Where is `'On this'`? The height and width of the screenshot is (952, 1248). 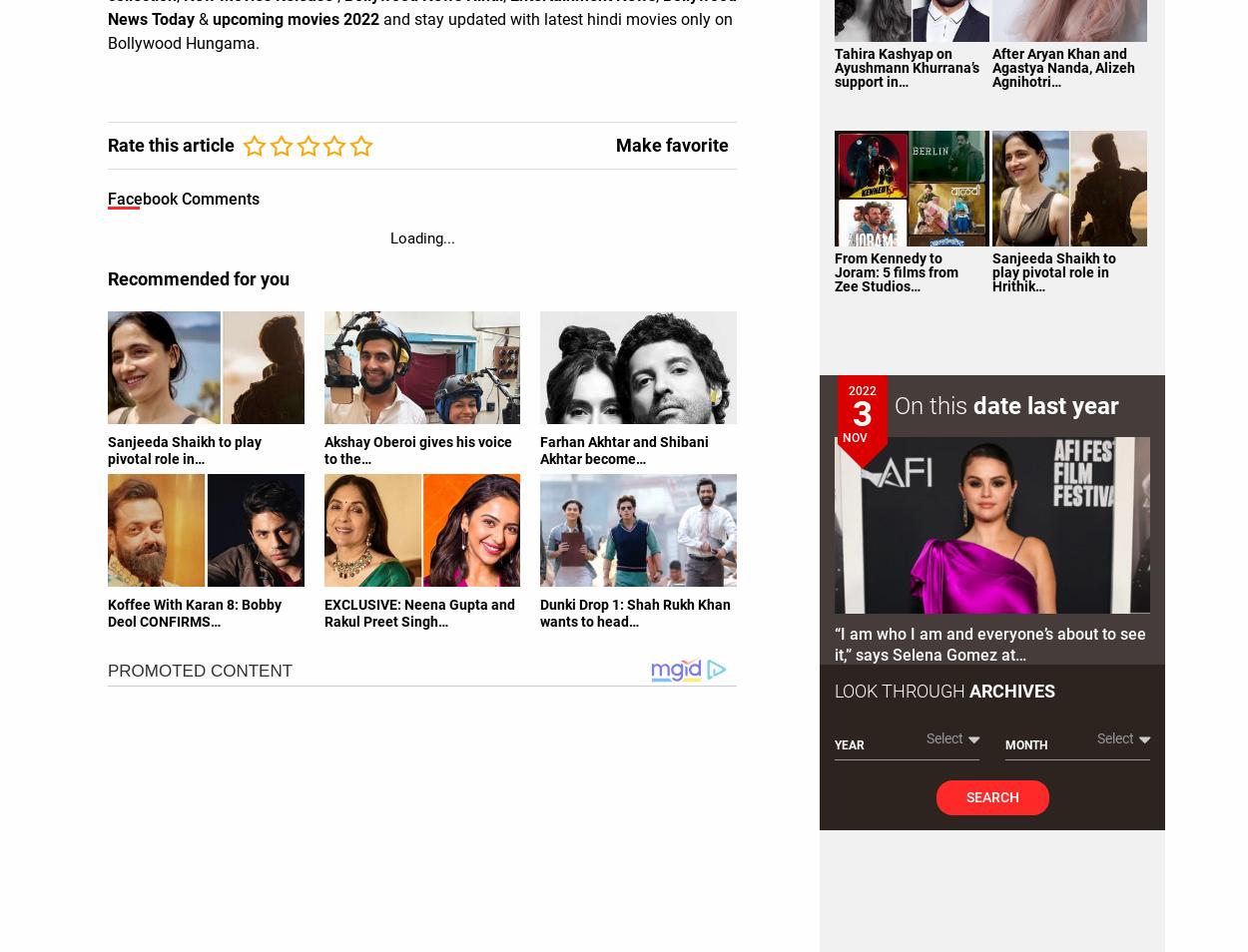
'On this' is located at coordinates (895, 405).